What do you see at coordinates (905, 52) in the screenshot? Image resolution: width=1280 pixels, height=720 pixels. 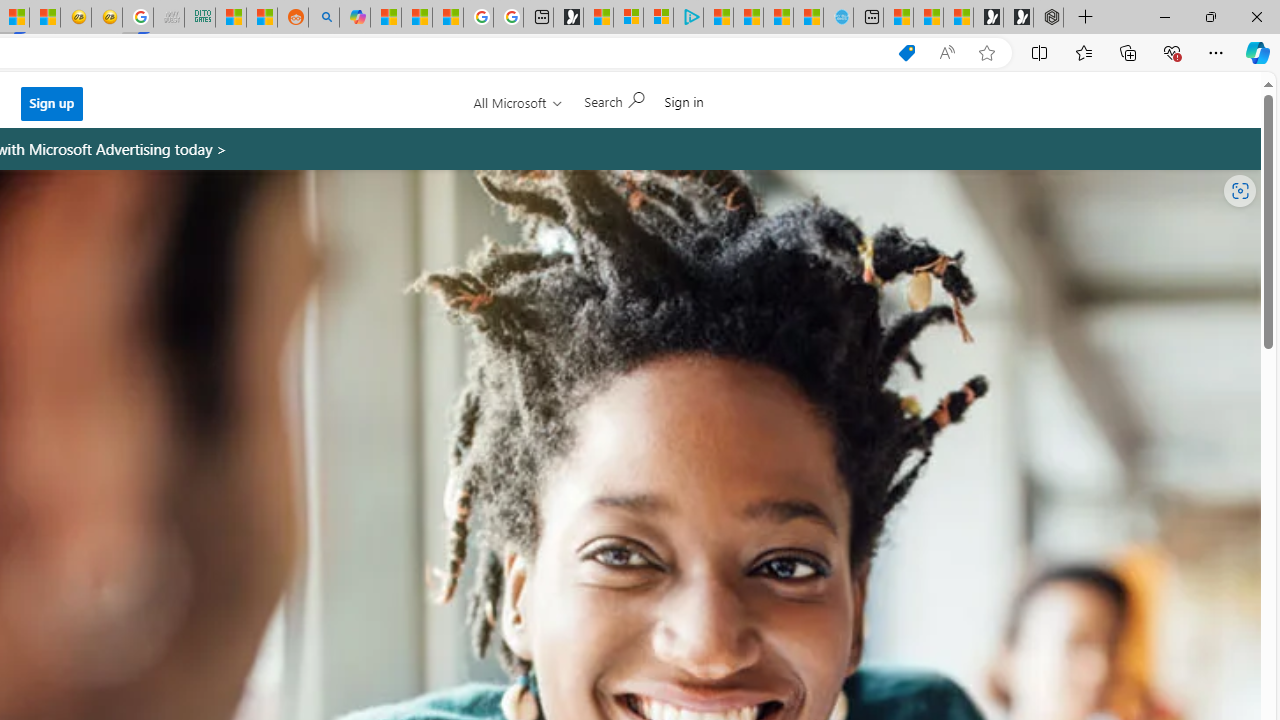 I see `'Shopping in Microsoft Edge'` at bounding box center [905, 52].